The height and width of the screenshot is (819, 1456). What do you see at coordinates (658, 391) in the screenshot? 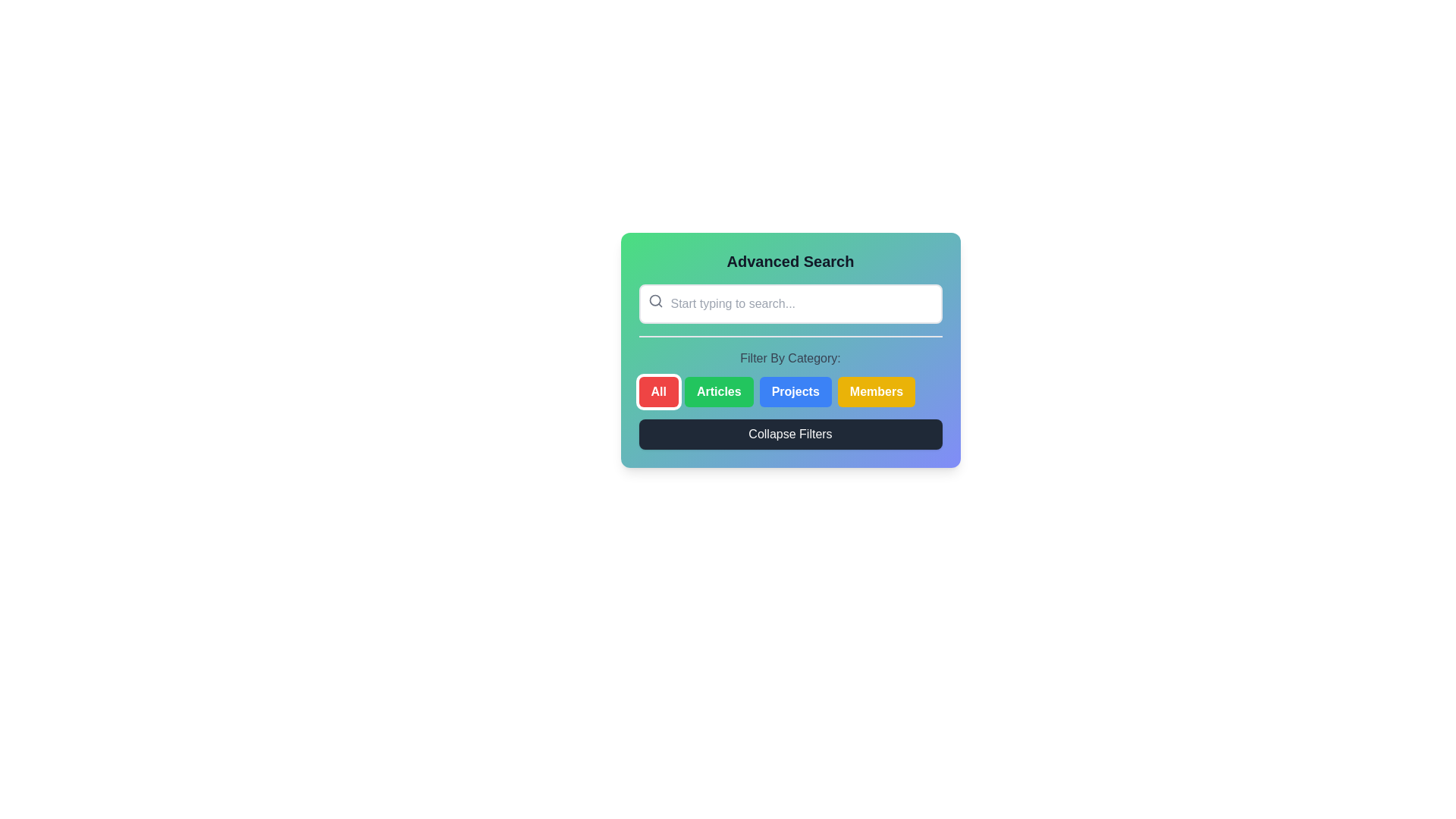
I see `the leftmost button used to select the 'All' filter option, located below the 'Filter By Category' label` at bounding box center [658, 391].